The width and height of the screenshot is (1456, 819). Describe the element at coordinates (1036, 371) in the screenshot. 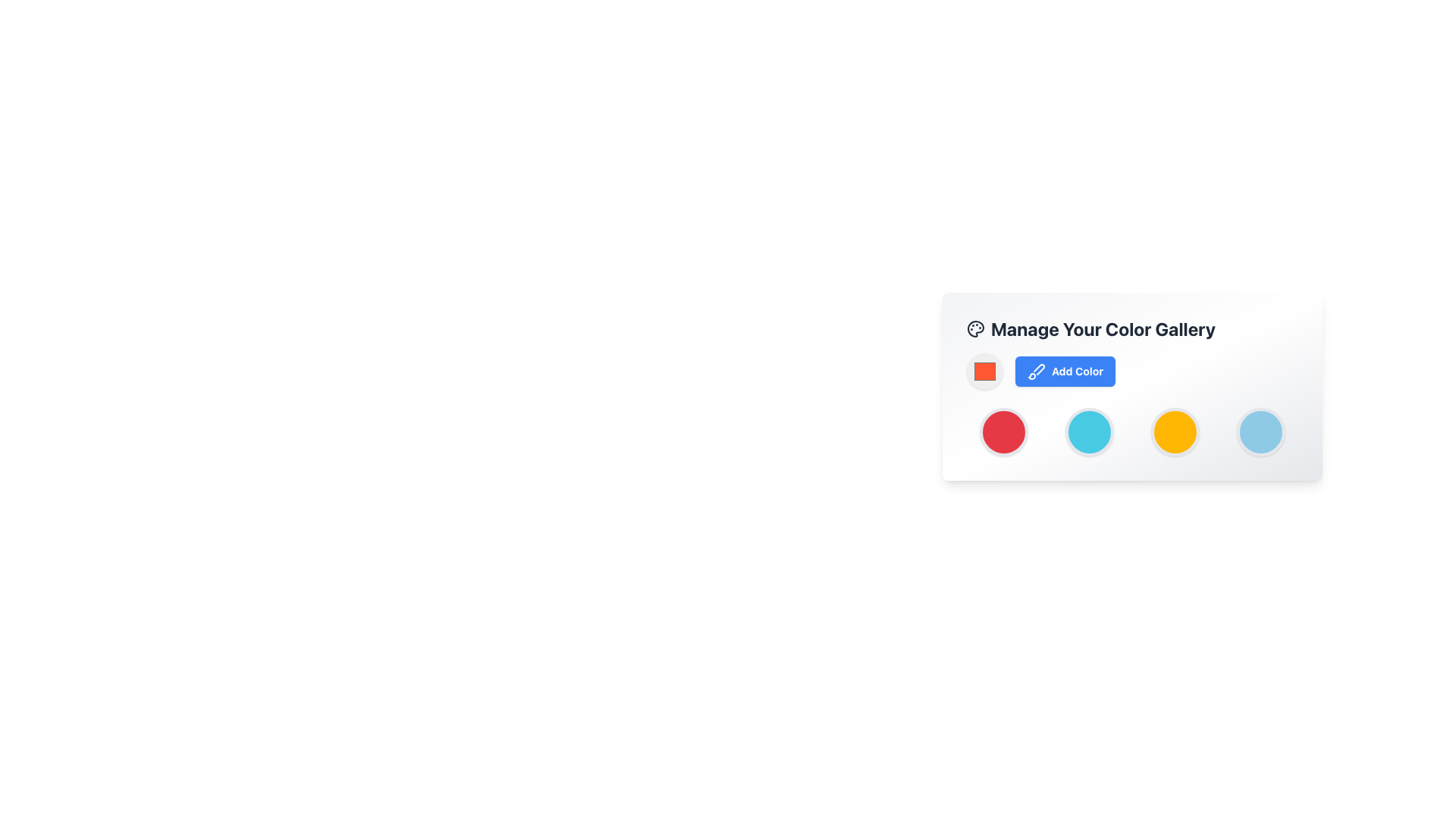

I see `the decorative icon representing the concept of adding or editing colors, located to the left of the 'Add Color' text within the blue button in the 'Manage Your Color Gallery' section` at that location.